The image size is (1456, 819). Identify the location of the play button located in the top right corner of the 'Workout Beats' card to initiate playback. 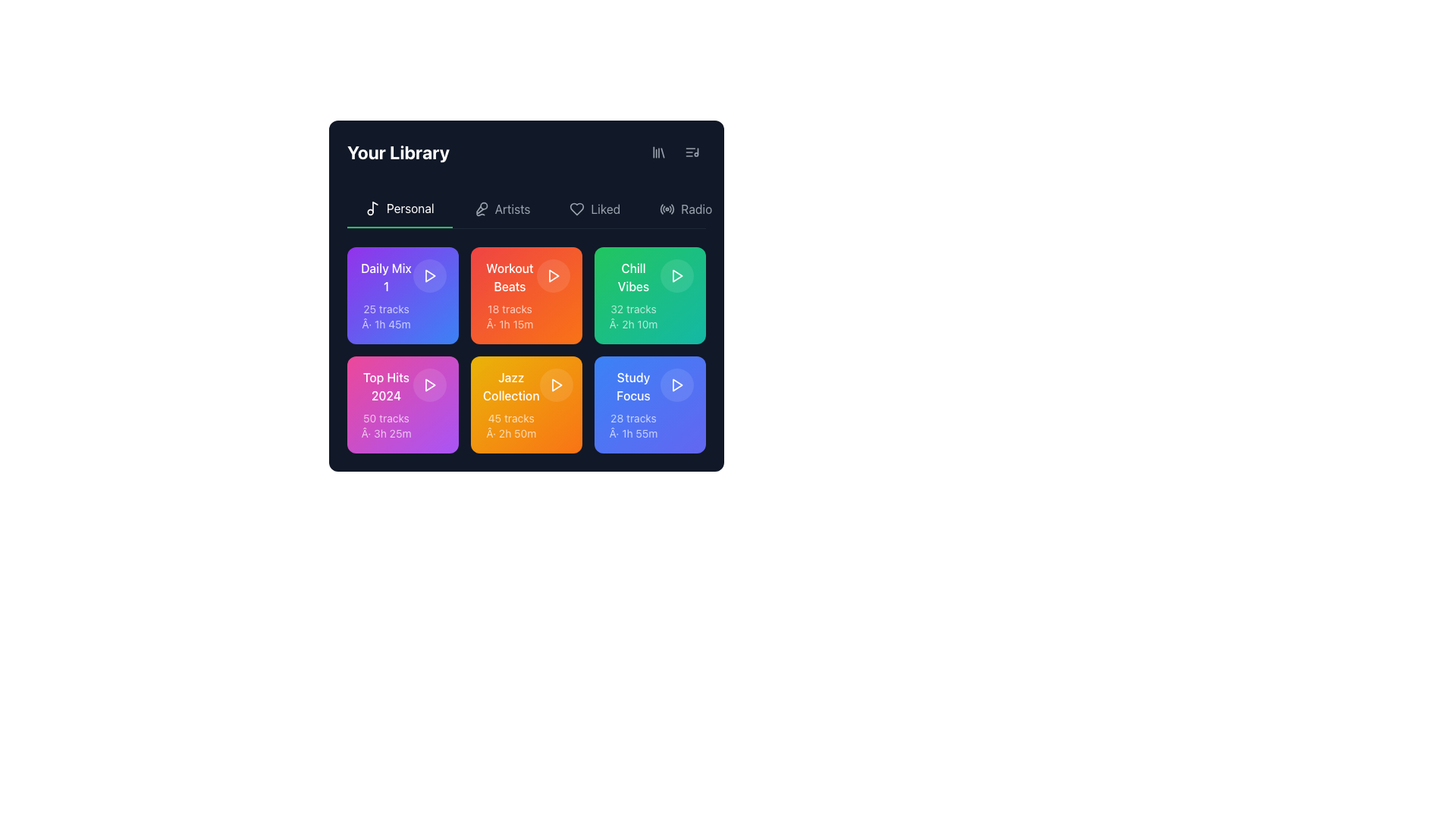
(552, 275).